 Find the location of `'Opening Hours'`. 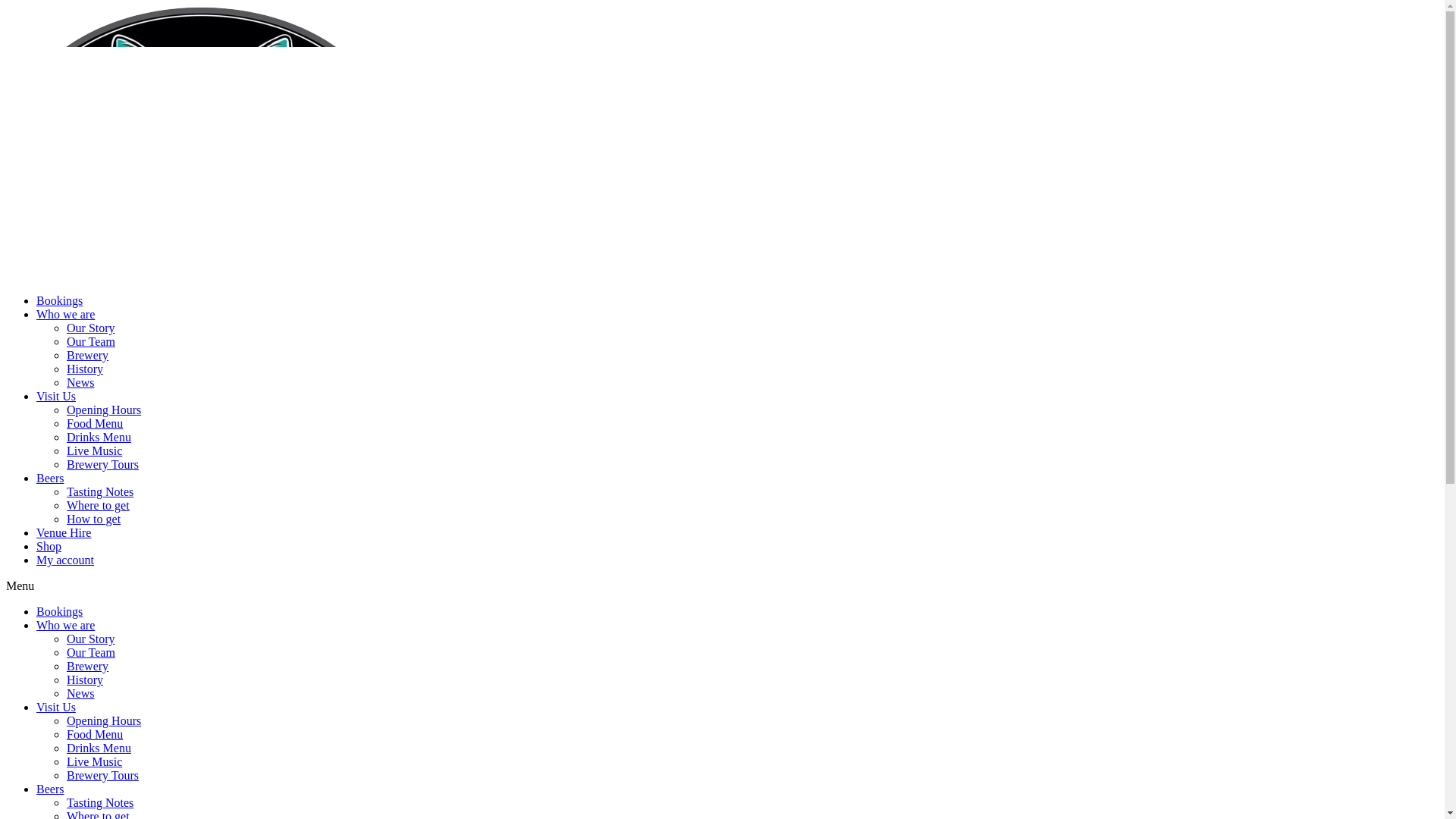

'Opening Hours' is located at coordinates (103, 409).